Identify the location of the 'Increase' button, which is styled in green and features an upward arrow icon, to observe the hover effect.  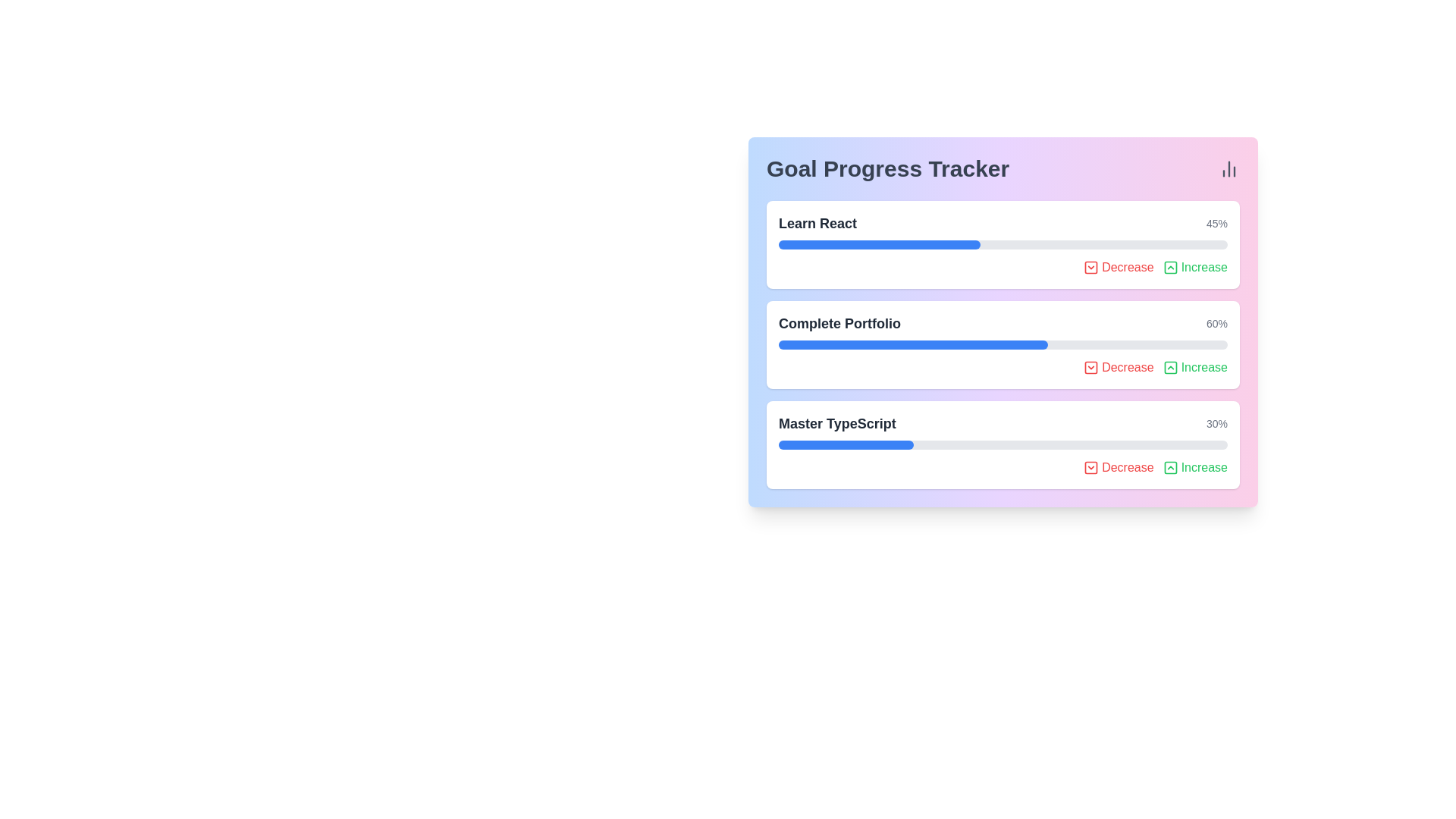
(1194, 467).